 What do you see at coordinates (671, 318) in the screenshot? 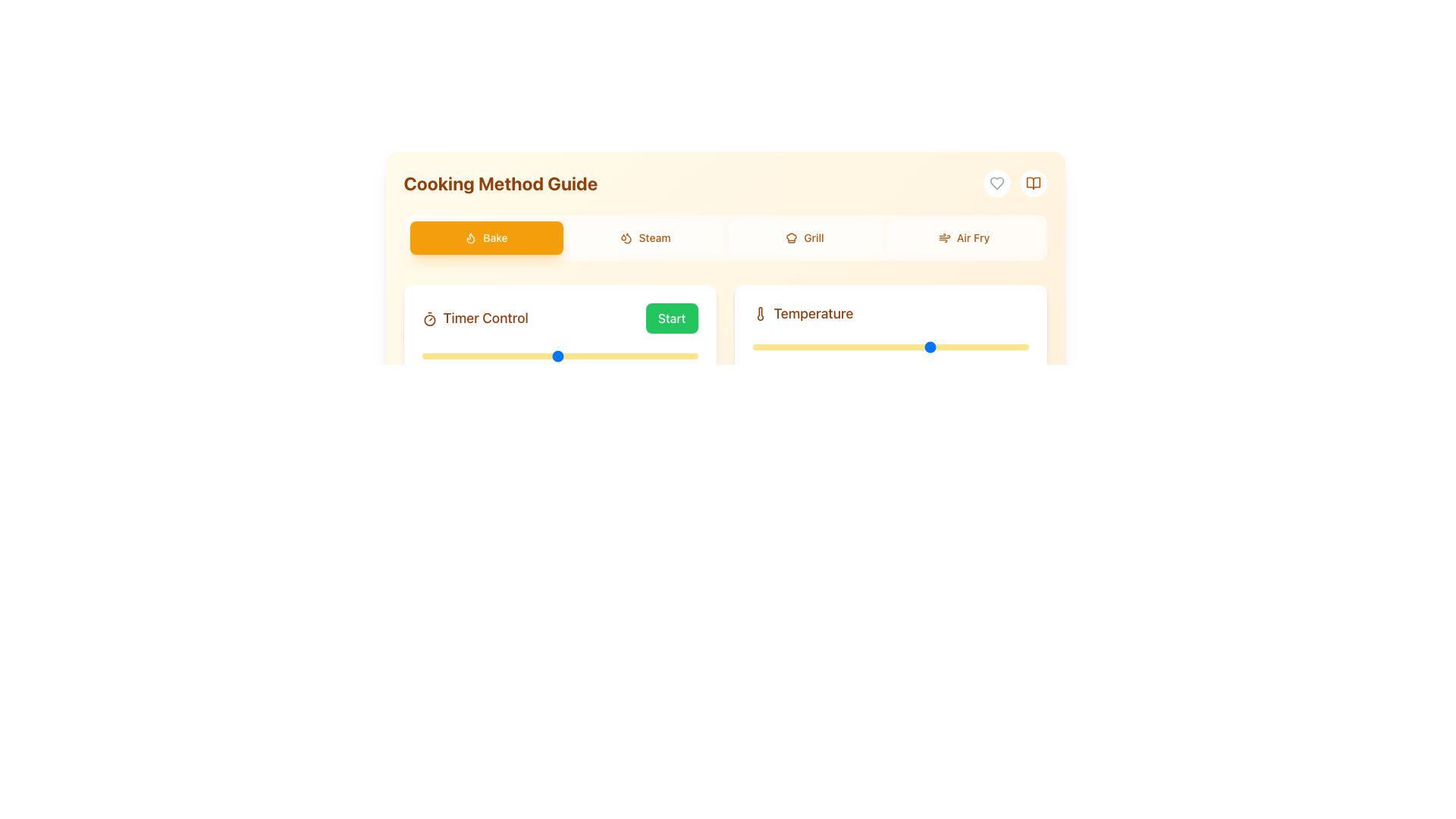
I see `the 'Start' button with rounded corners, a green background, and white text` at bounding box center [671, 318].